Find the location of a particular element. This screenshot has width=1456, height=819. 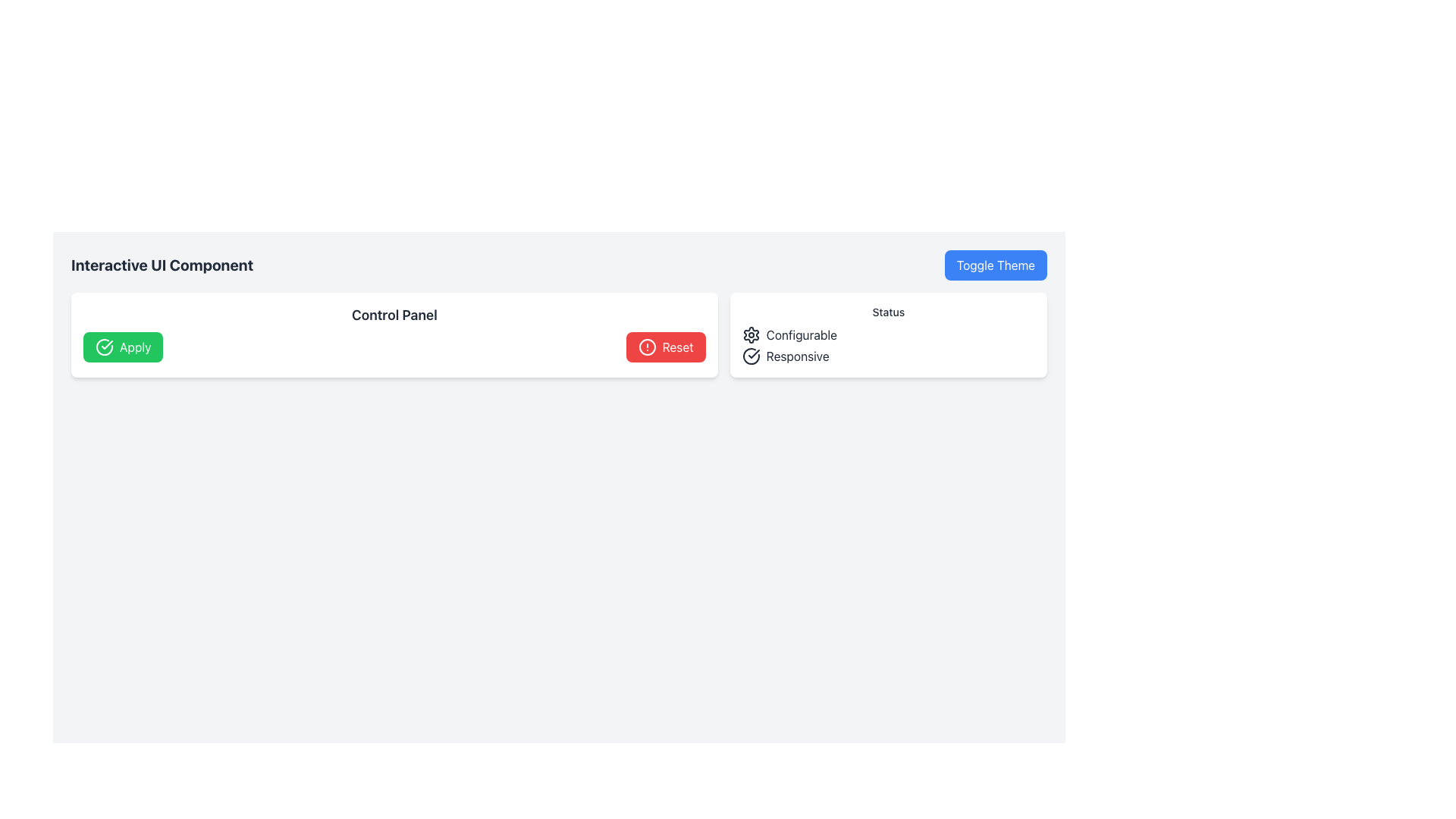

the circular icon with a check mark inside, which has a green outline and a white background, located to the left of the 'Apply' text in the green button is located at coordinates (104, 347).